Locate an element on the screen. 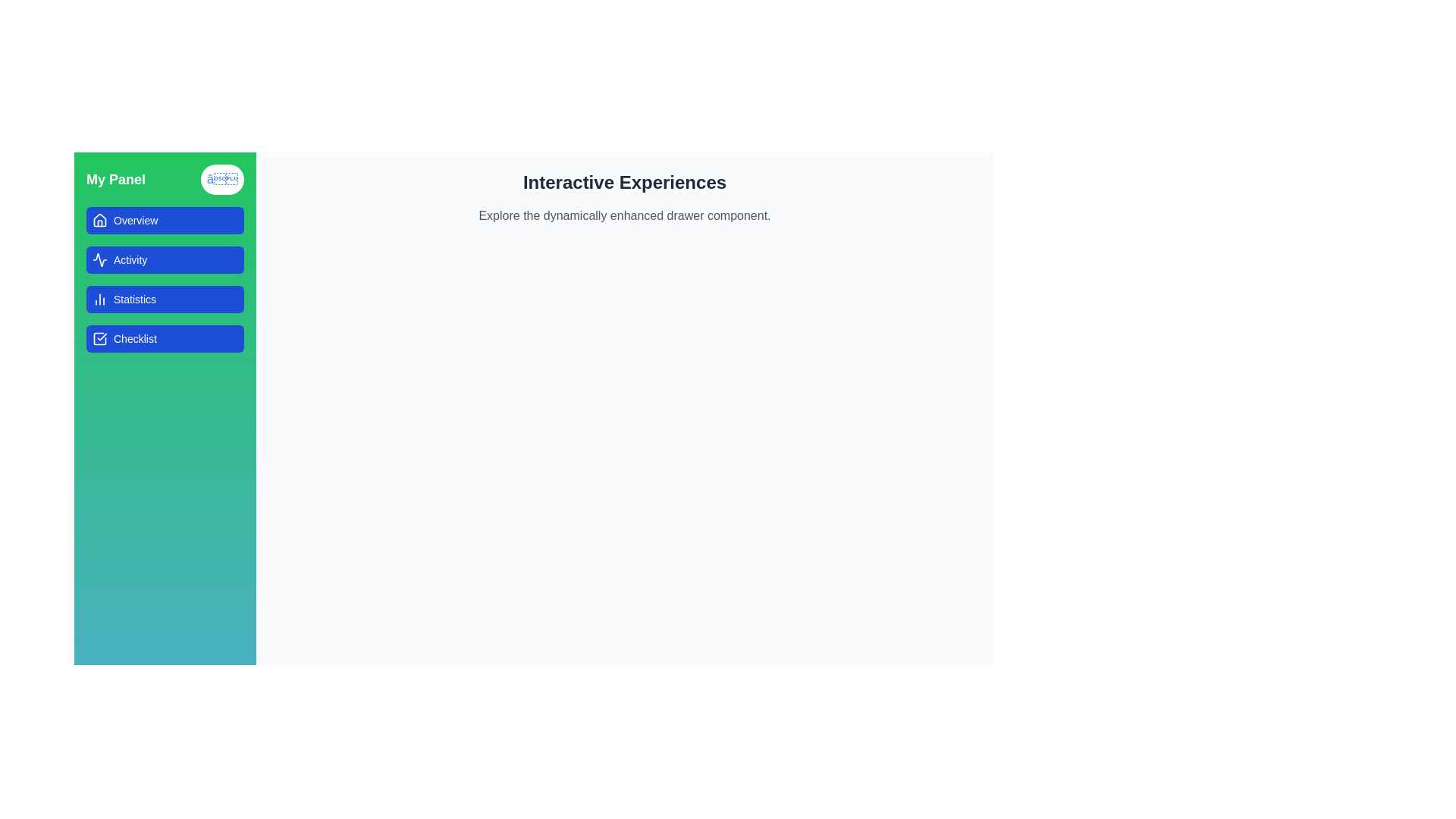  the square-shaped checkmark icon in the left-side navigation bar, located within the 'Checklist' button area, positioned to the left of the 'Checklist' label text is located at coordinates (99, 338).